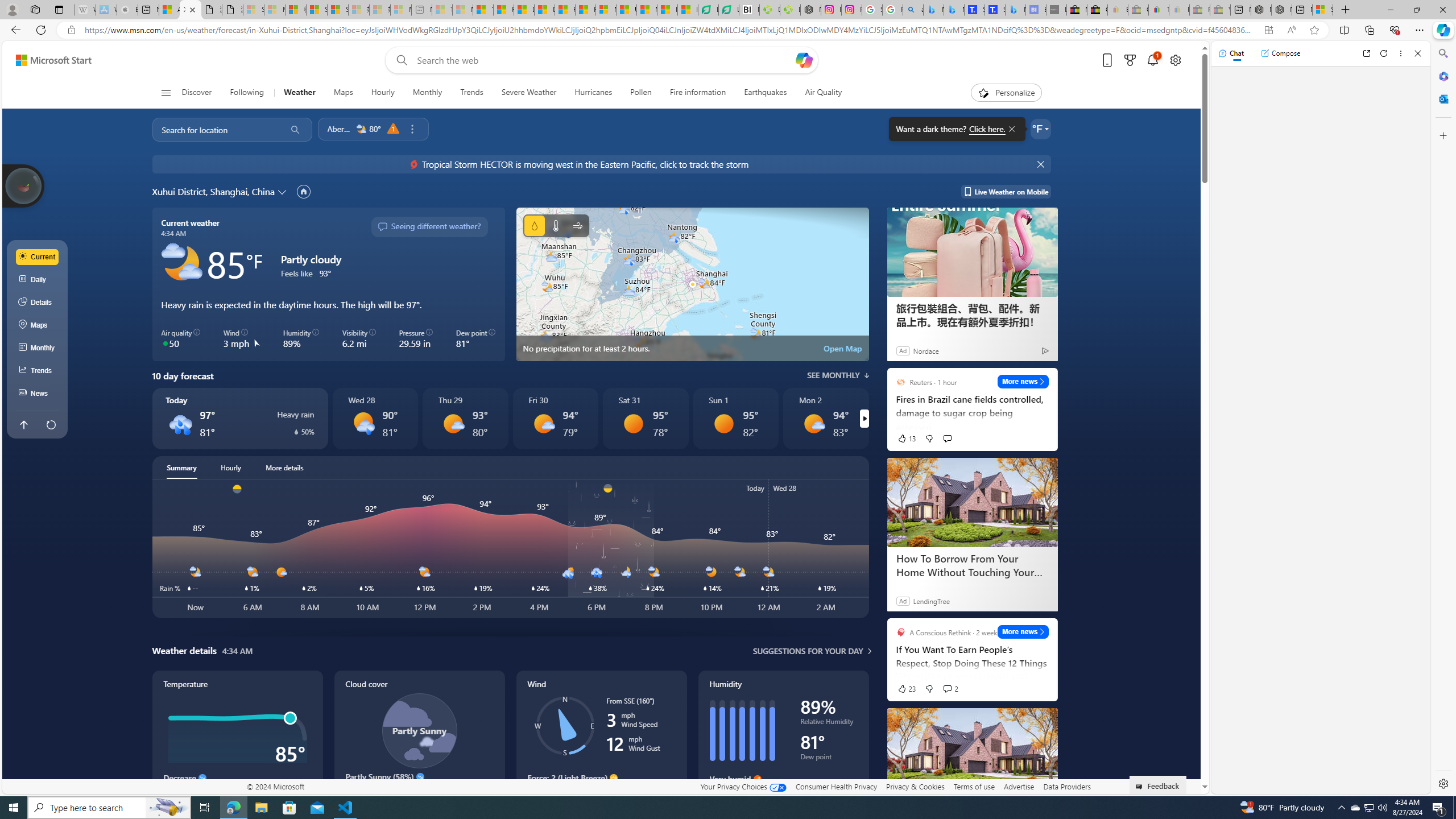 This screenshot has width=1456, height=819. What do you see at coordinates (640, 92) in the screenshot?
I see `'Pollen'` at bounding box center [640, 92].